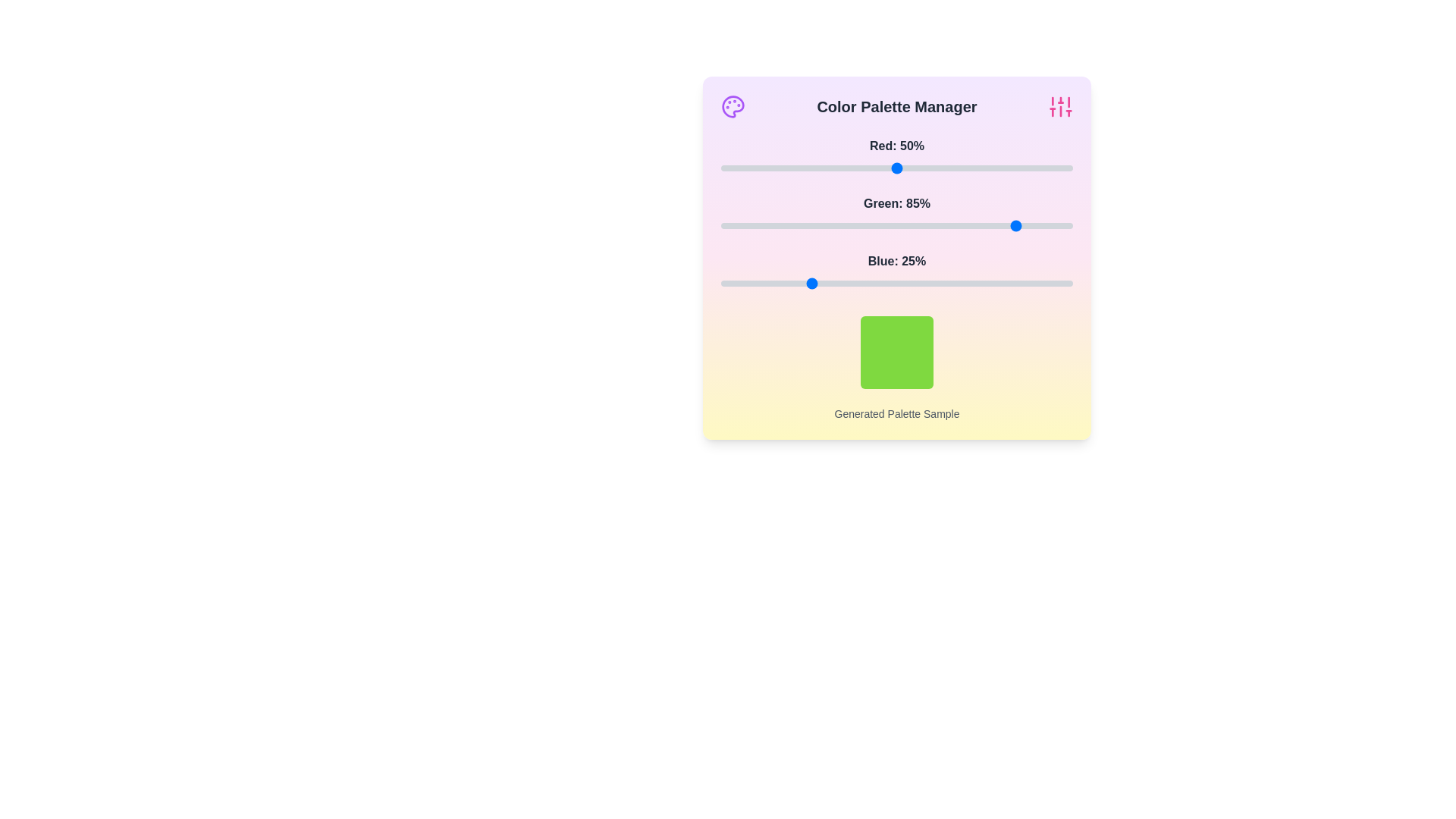 This screenshot has height=819, width=1456. Describe the element at coordinates (818, 168) in the screenshot. I see `the 0 slider to 28% to observe the updated color sample box` at that location.